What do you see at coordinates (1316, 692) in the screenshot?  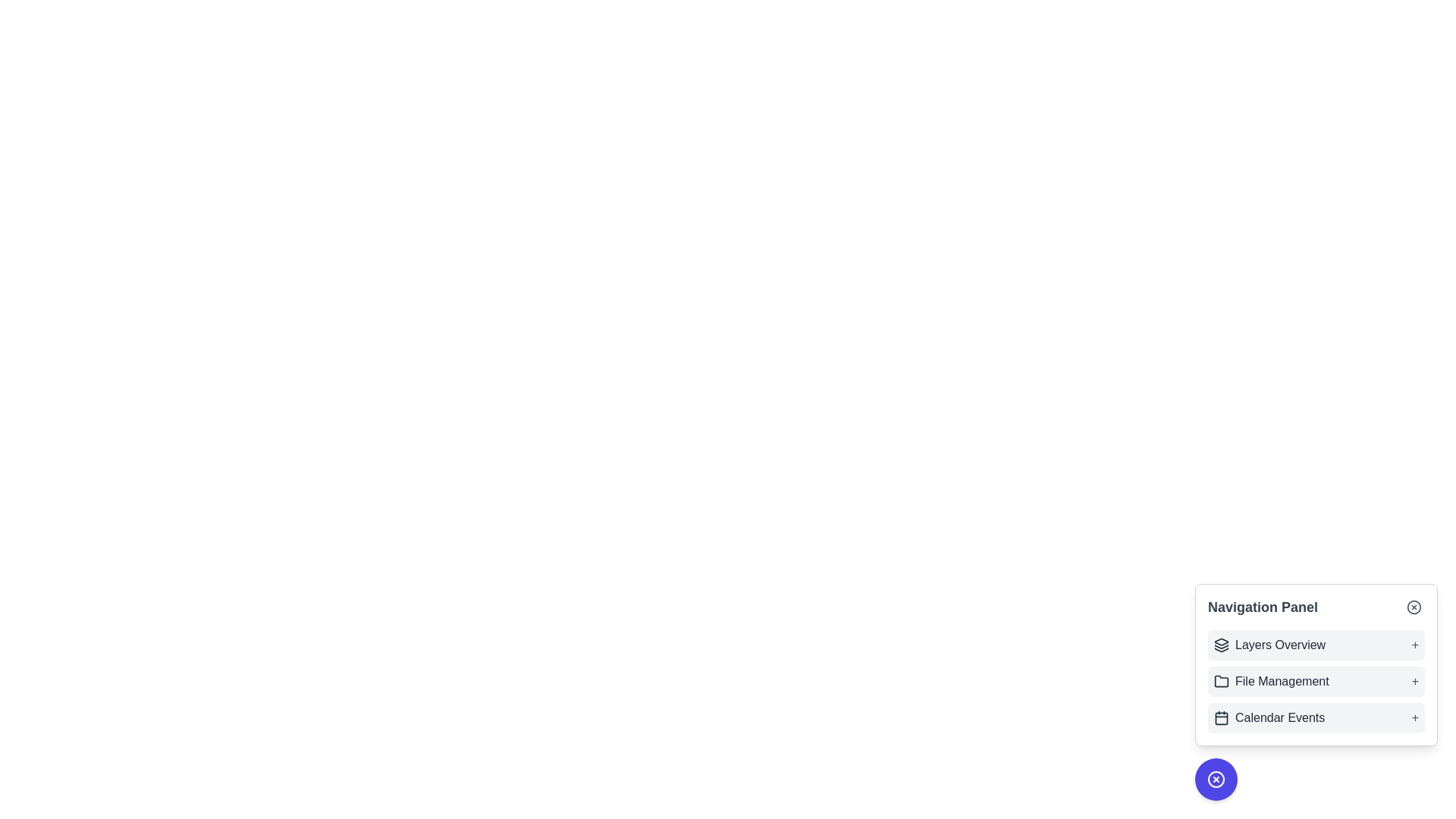 I see `the interactive text label 'File Management' located in the Navigation Panel` at bounding box center [1316, 692].